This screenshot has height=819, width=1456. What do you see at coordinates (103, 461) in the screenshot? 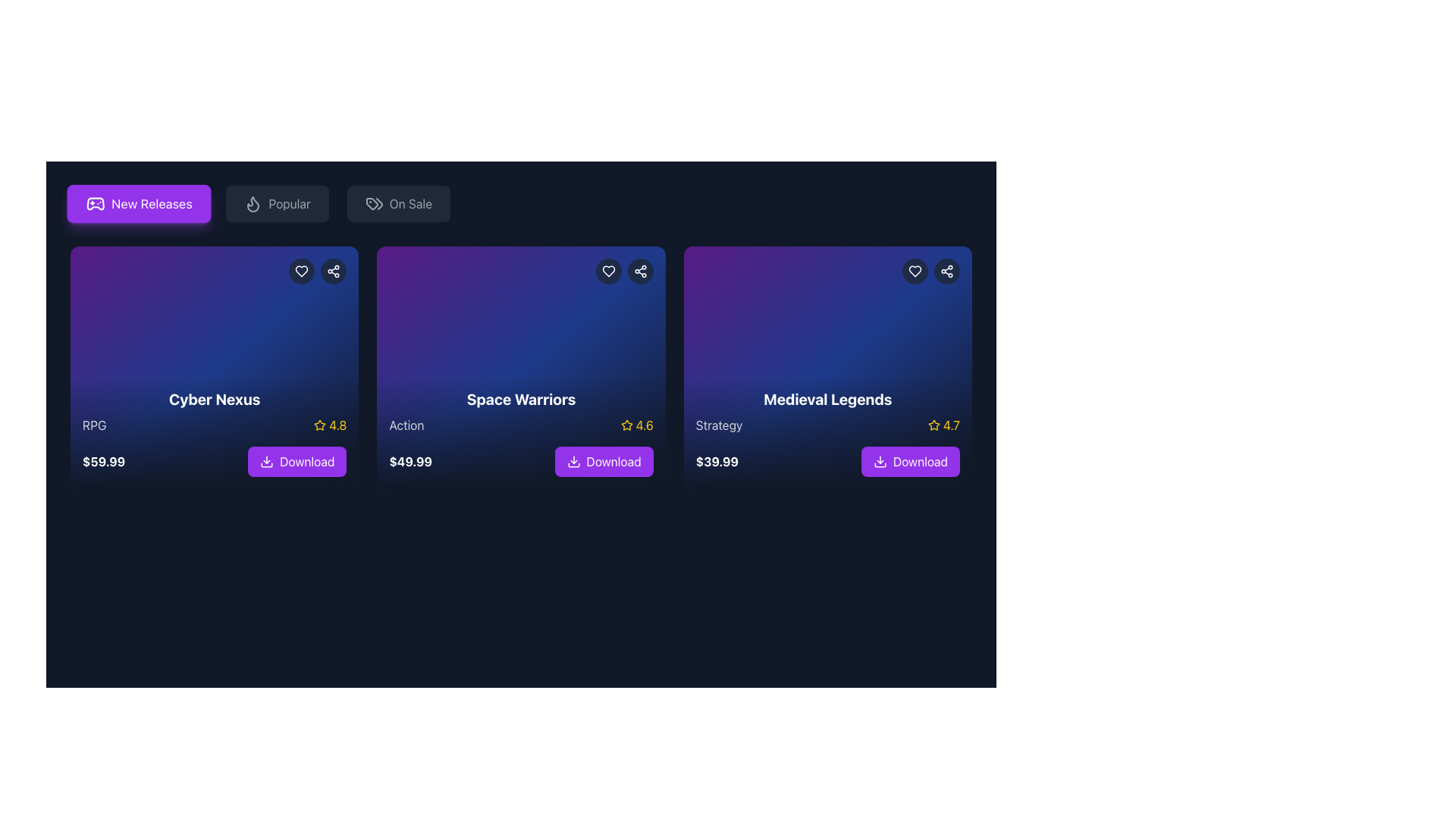
I see `the text label displaying the price '$59.99', which is located in the leftmost card titled 'Cyber Nexus' under the 'New Releases' section, near the bottom-left corner of the card, above the purple 'Download' button` at bounding box center [103, 461].